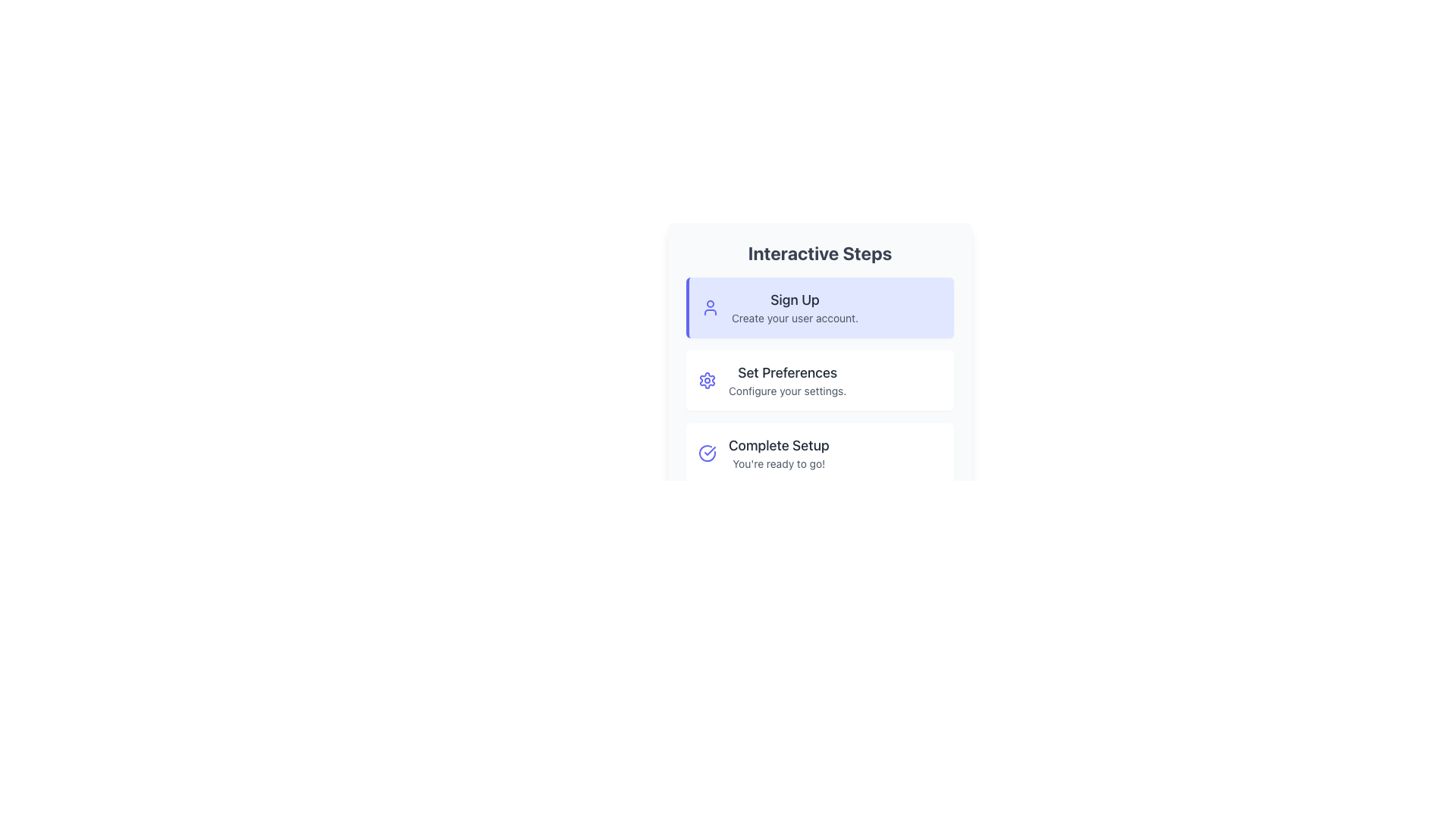  What do you see at coordinates (787, 379) in the screenshot?
I see `the informational text block providing details about the 'Set Preferences' step` at bounding box center [787, 379].